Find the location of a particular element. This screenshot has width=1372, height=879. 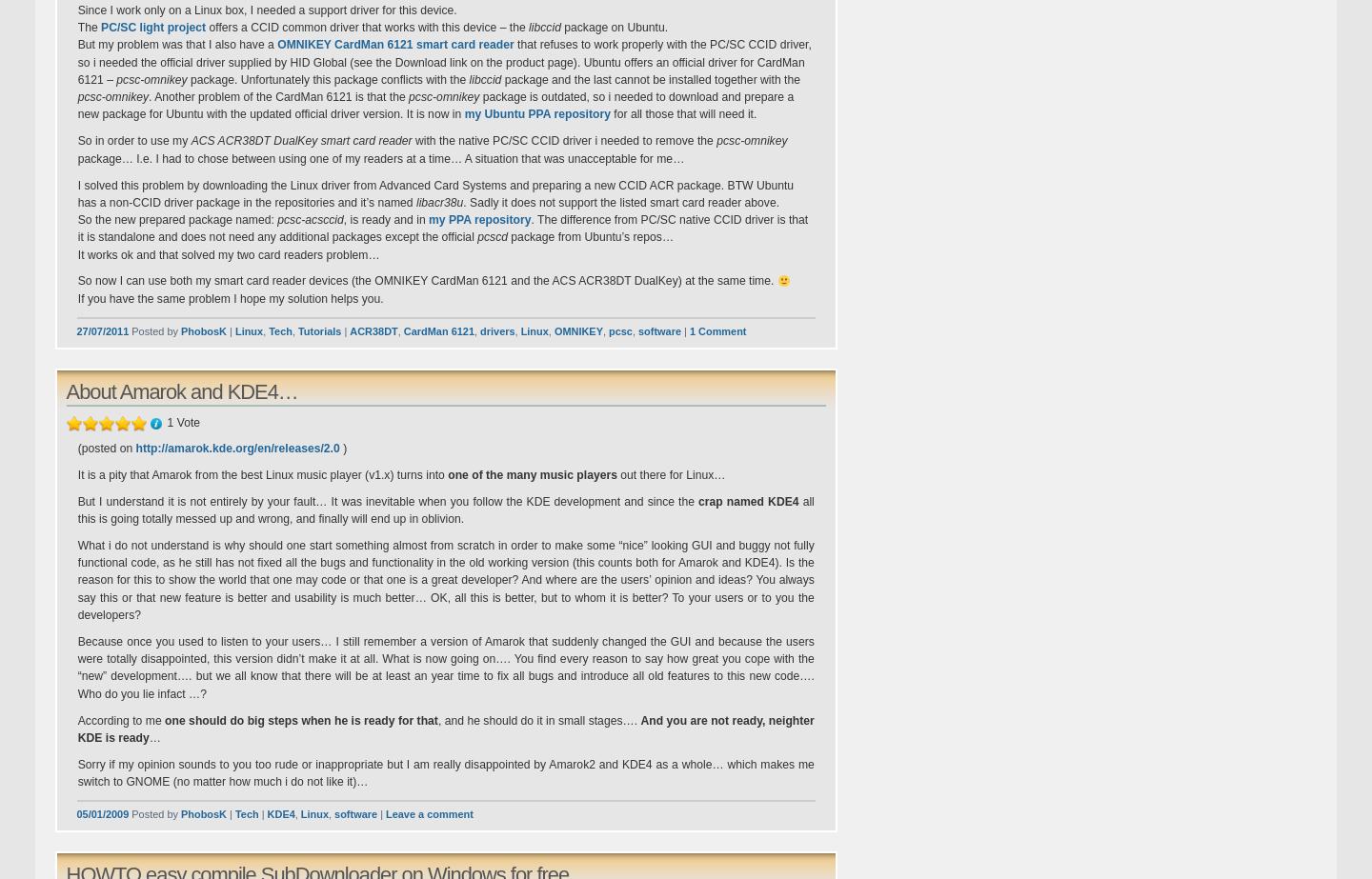

', and he should do it in small stages….' is located at coordinates (538, 719).